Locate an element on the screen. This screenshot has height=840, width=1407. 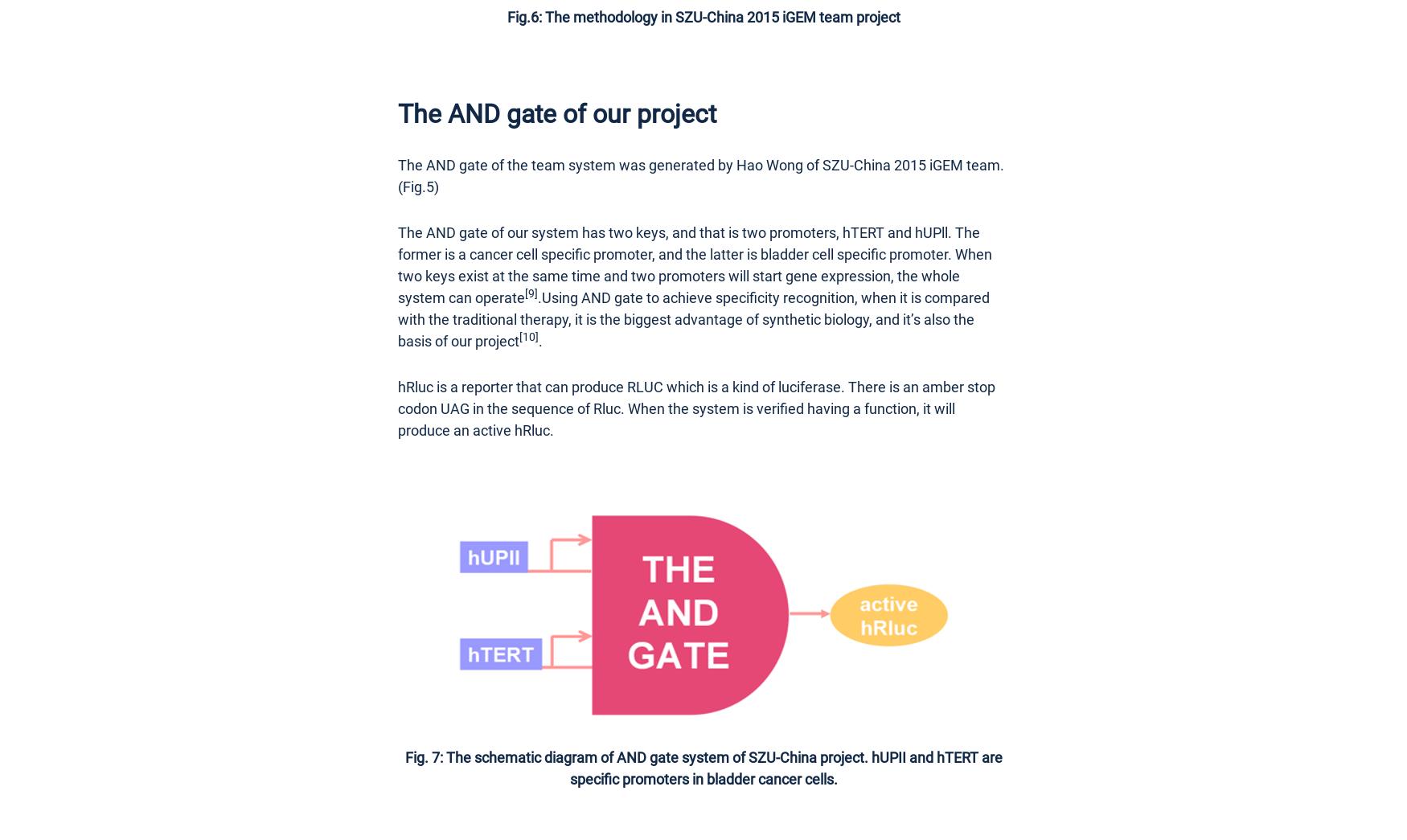
'.Using AND gate to achieve specificity recognition, when it is compared with the traditional therapy, it is the biggest advantage of synthetic biology, and it’s also the basis of our project' is located at coordinates (398, 318).